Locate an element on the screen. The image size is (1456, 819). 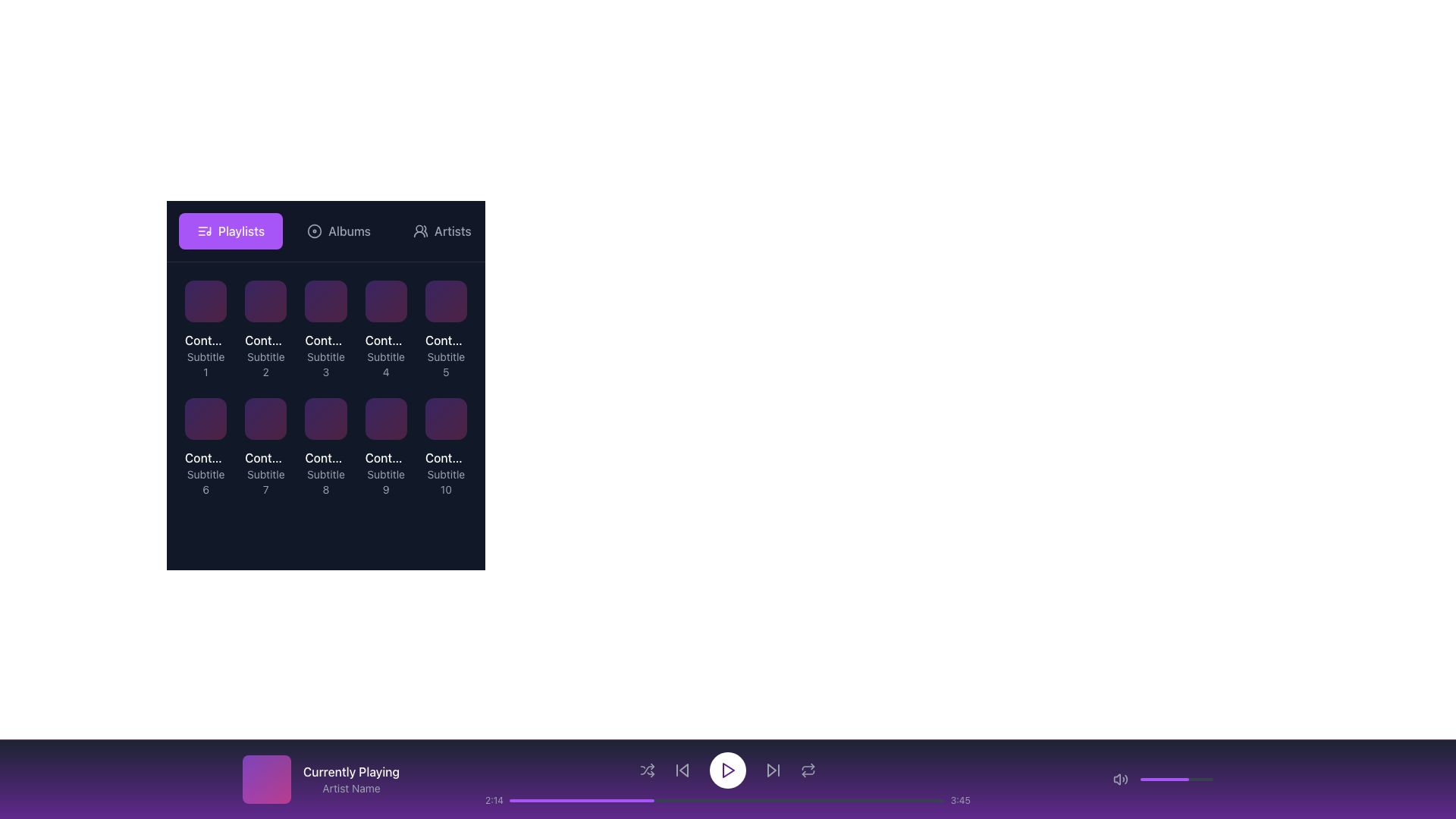
descriptive text label located in the fifth card of the grid, positioned below the title 'Content Title 5' is located at coordinates (445, 365).